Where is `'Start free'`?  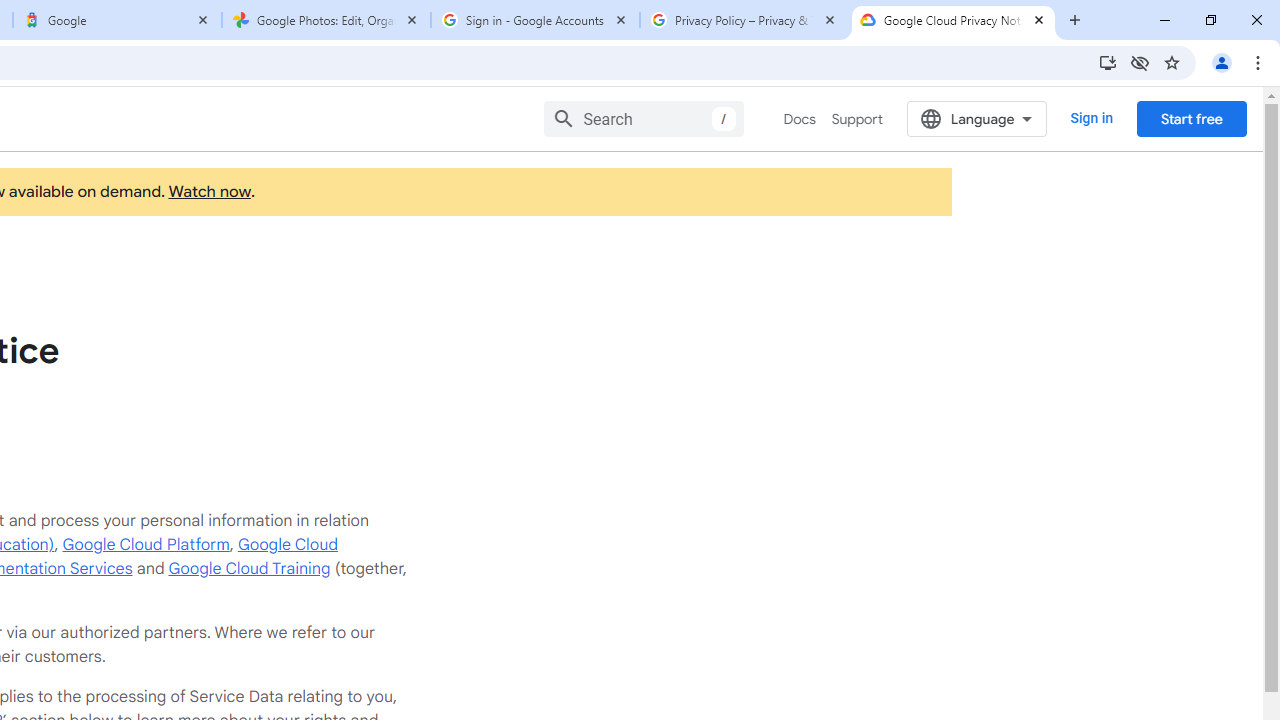
'Start free' is located at coordinates (1191, 118).